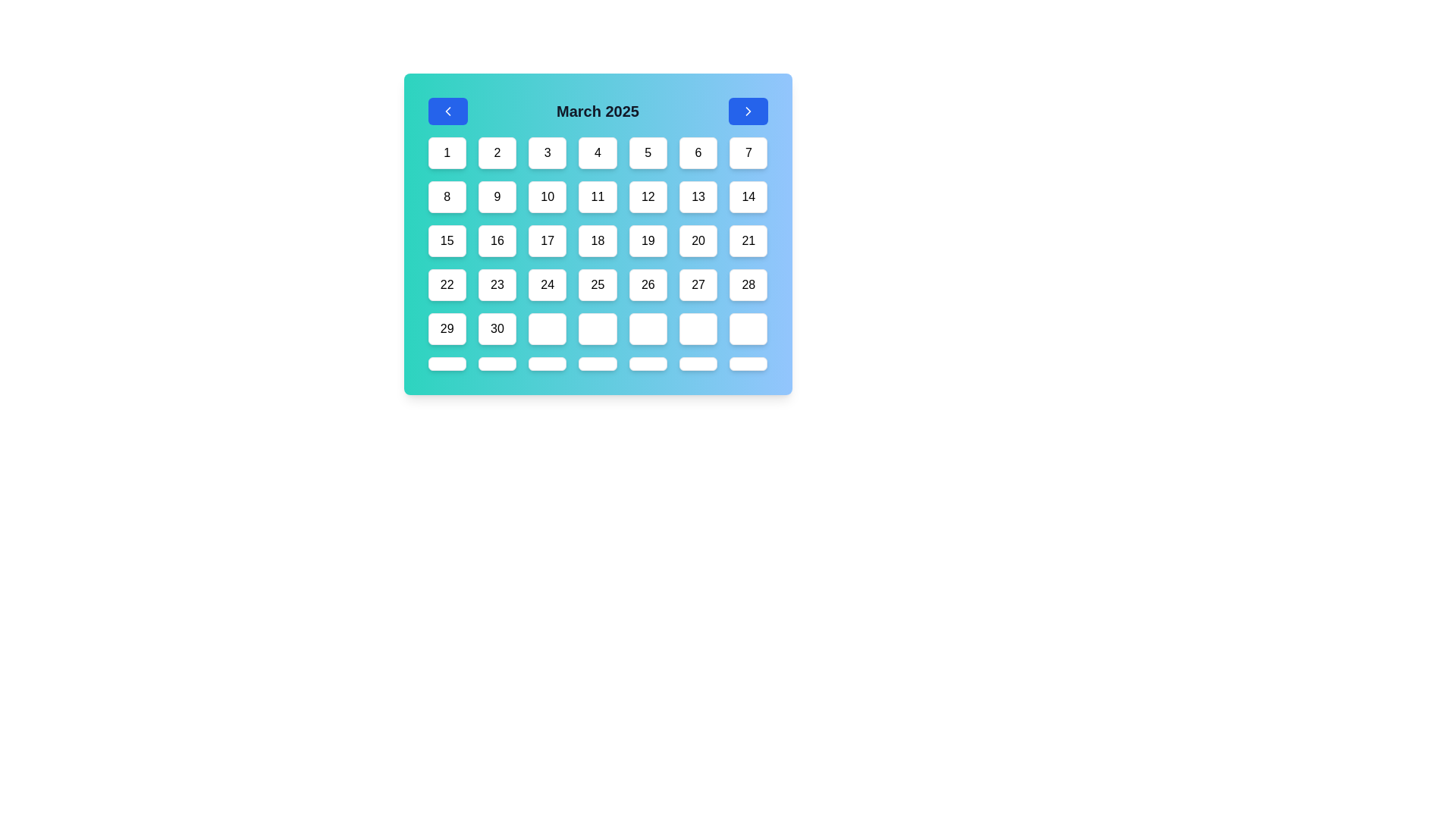  Describe the element at coordinates (497, 284) in the screenshot. I see `the white rectangular button labeled '23'` at that location.